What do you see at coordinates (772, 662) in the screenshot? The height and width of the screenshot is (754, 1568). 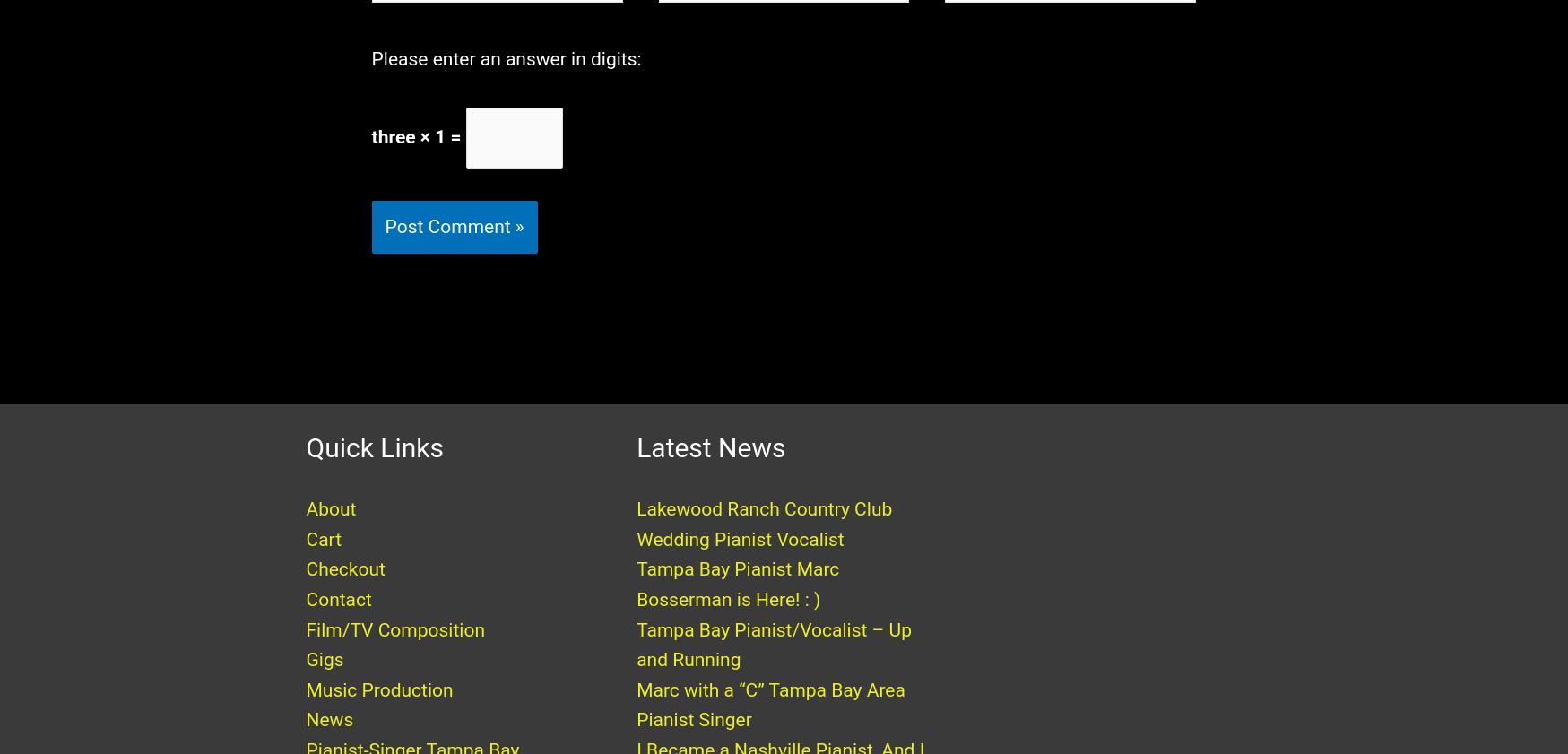 I see `'Tampa Bay Pianist/Vocalist  –  Up and Running'` at bounding box center [772, 662].